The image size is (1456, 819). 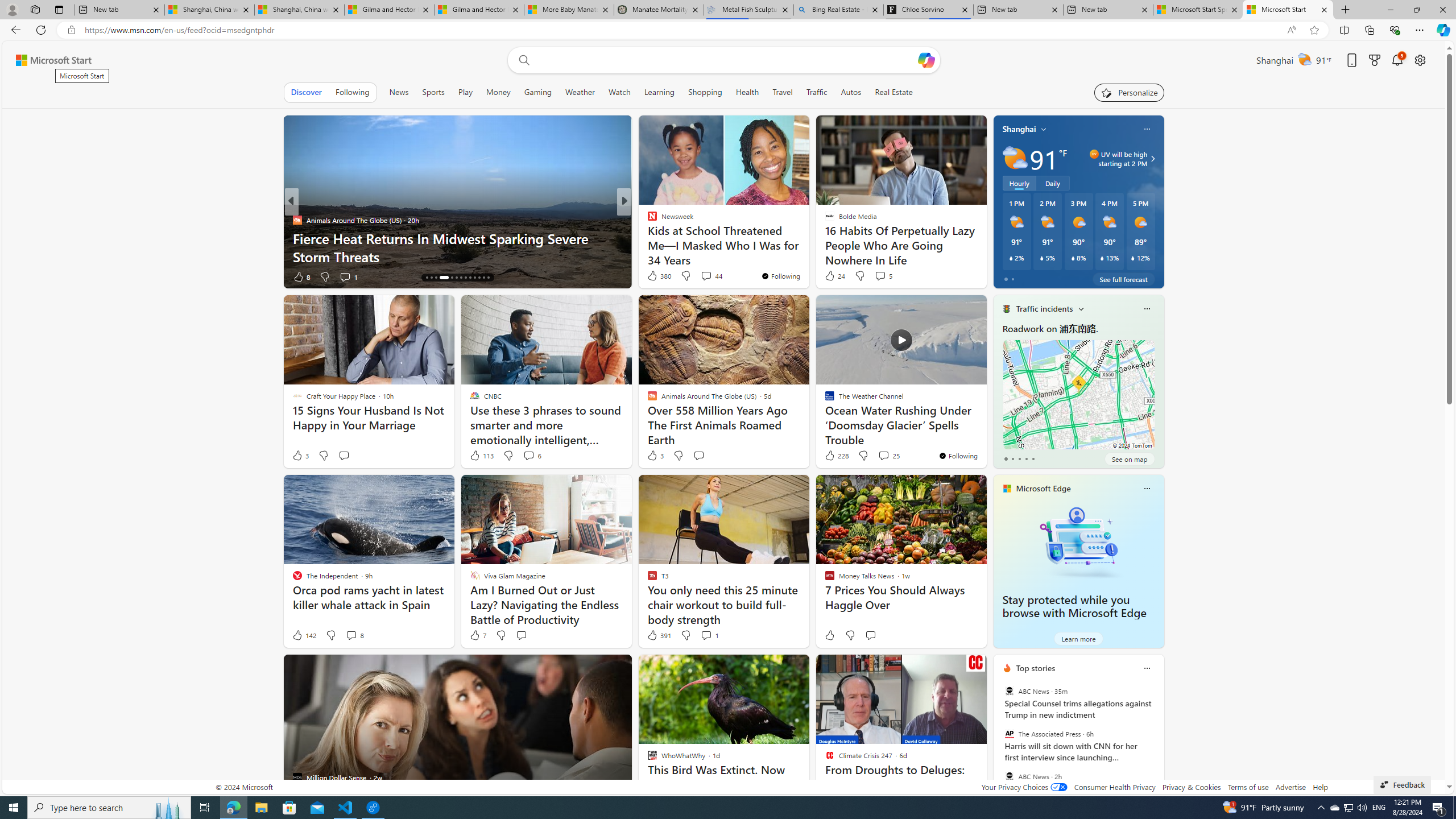 What do you see at coordinates (702, 276) in the screenshot?
I see `'View comments 196 Comment'` at bounding box center [702, 276].